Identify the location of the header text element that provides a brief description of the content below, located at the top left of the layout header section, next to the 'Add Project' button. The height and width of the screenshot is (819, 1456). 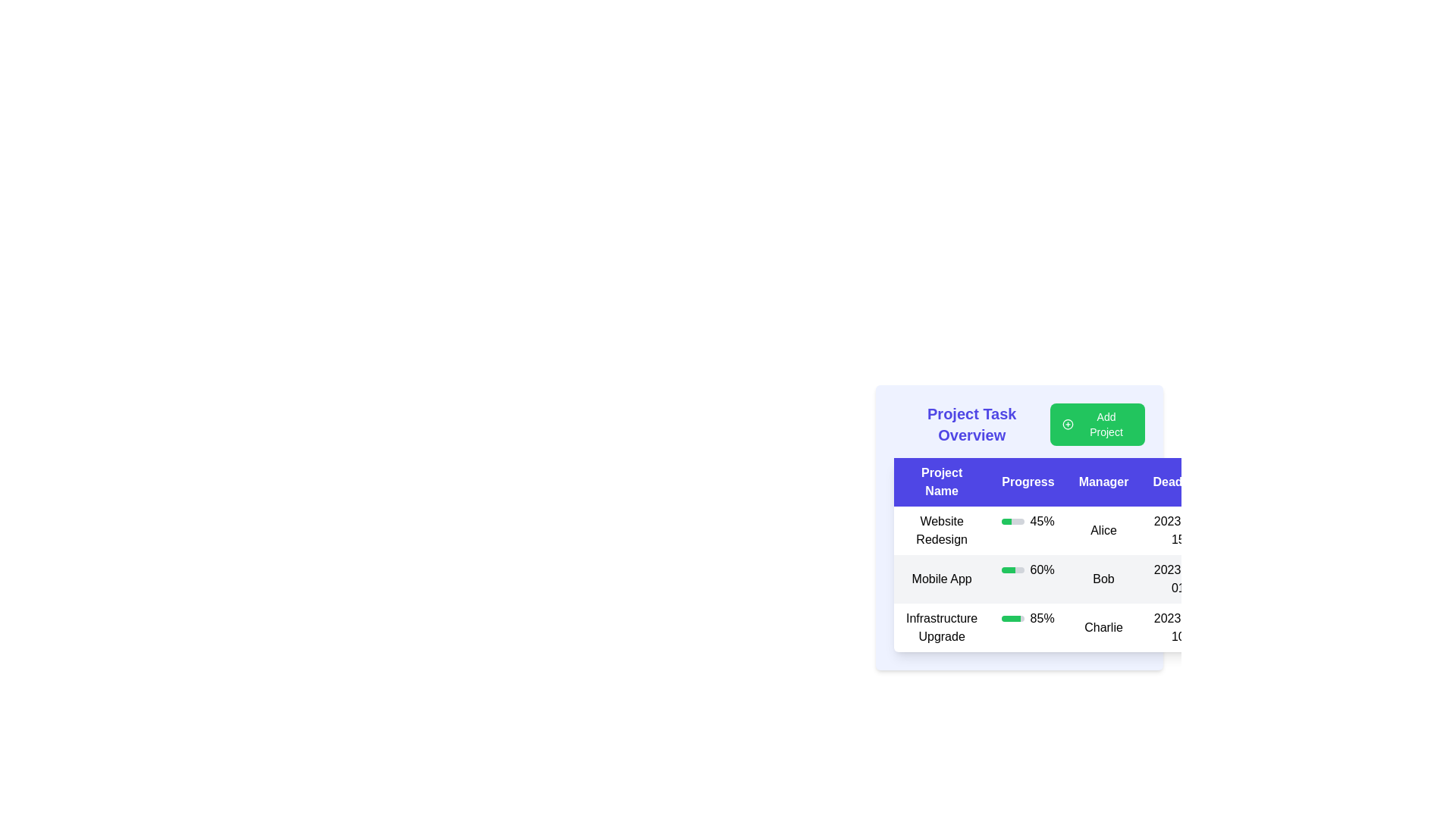
(971, 424).